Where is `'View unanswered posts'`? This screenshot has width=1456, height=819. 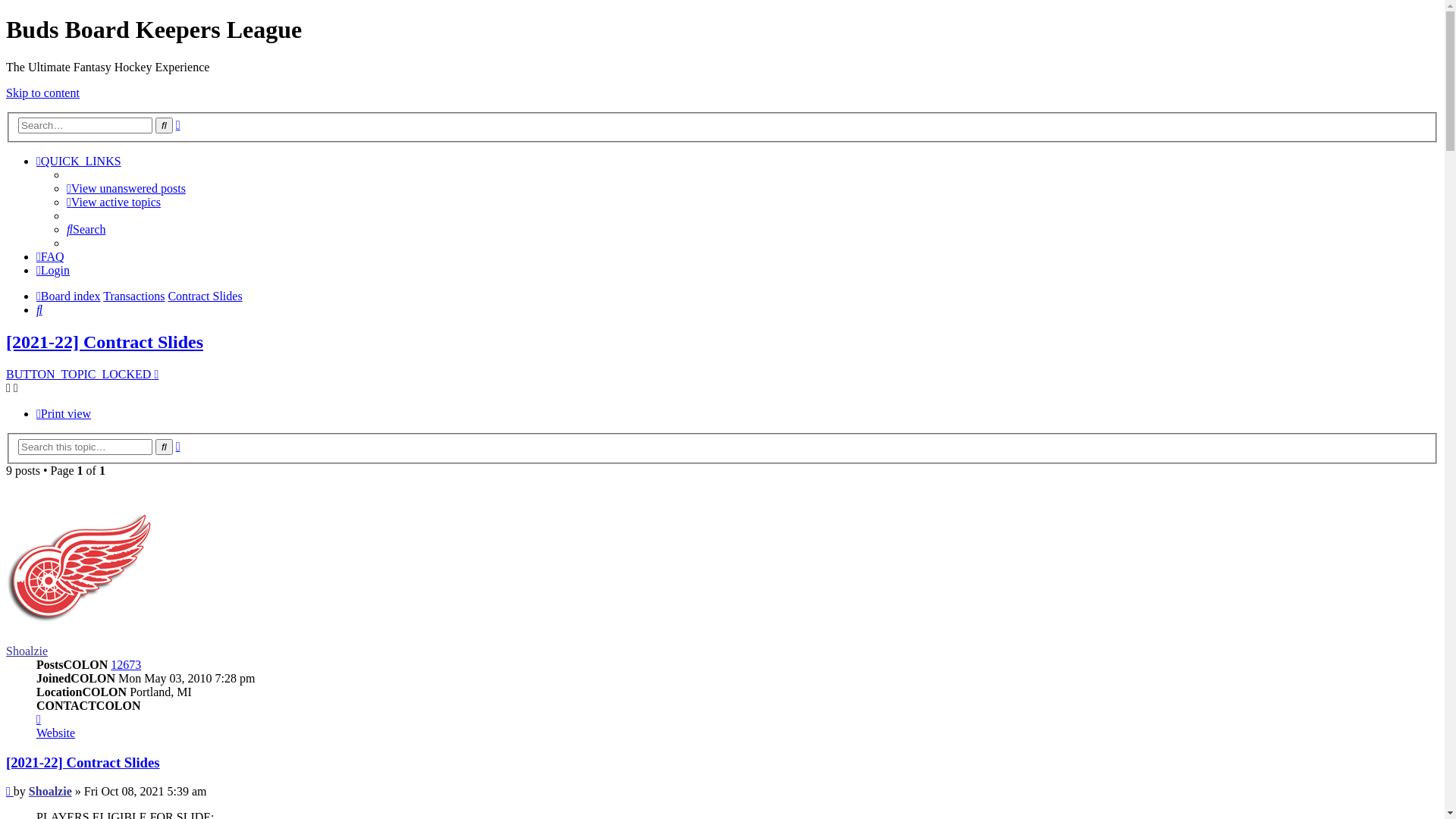
'View unanswered posts' is located at coordinates (65, 187).